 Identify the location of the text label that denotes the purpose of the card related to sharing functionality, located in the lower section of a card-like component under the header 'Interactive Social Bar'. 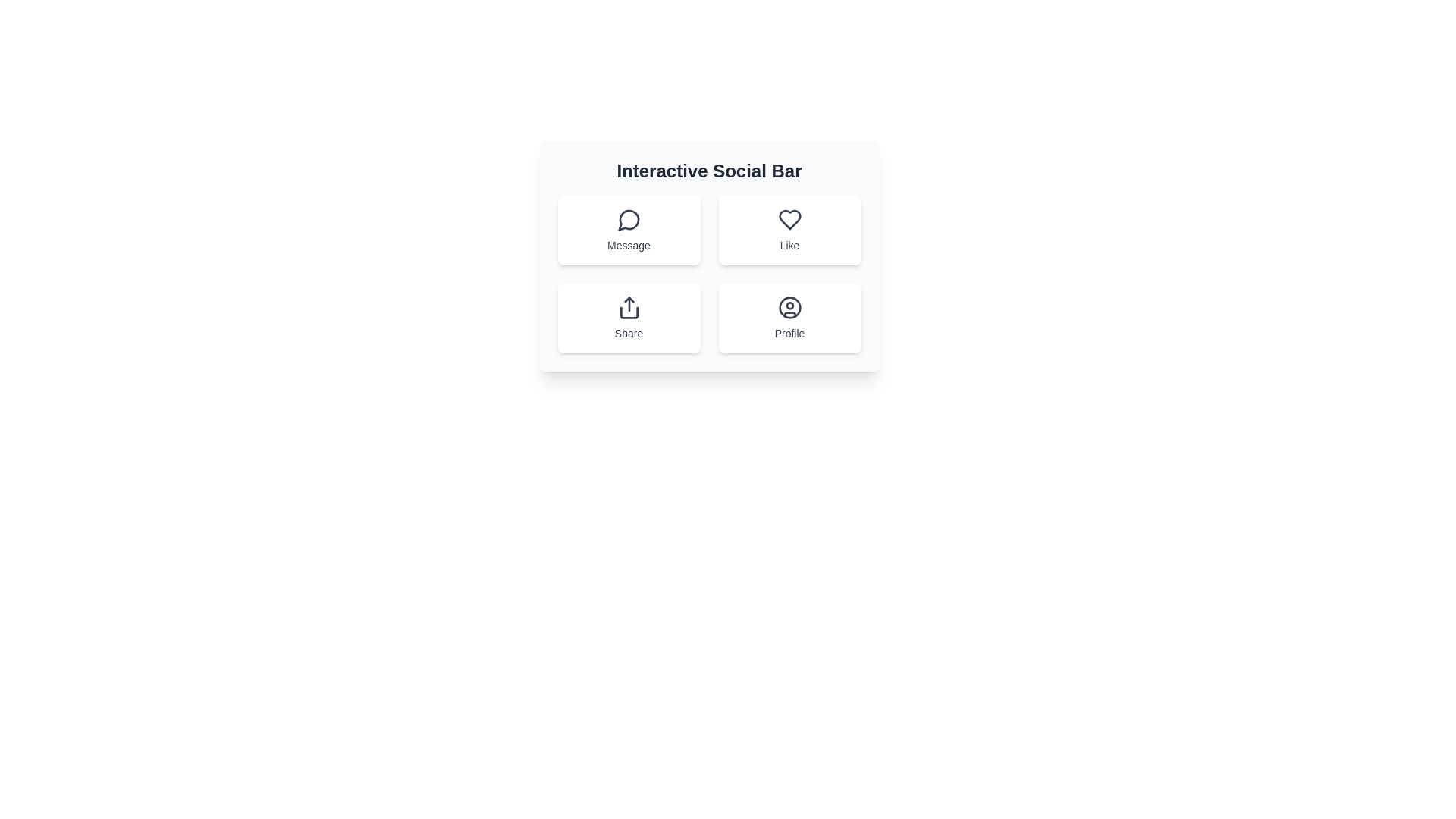
(629, 332).